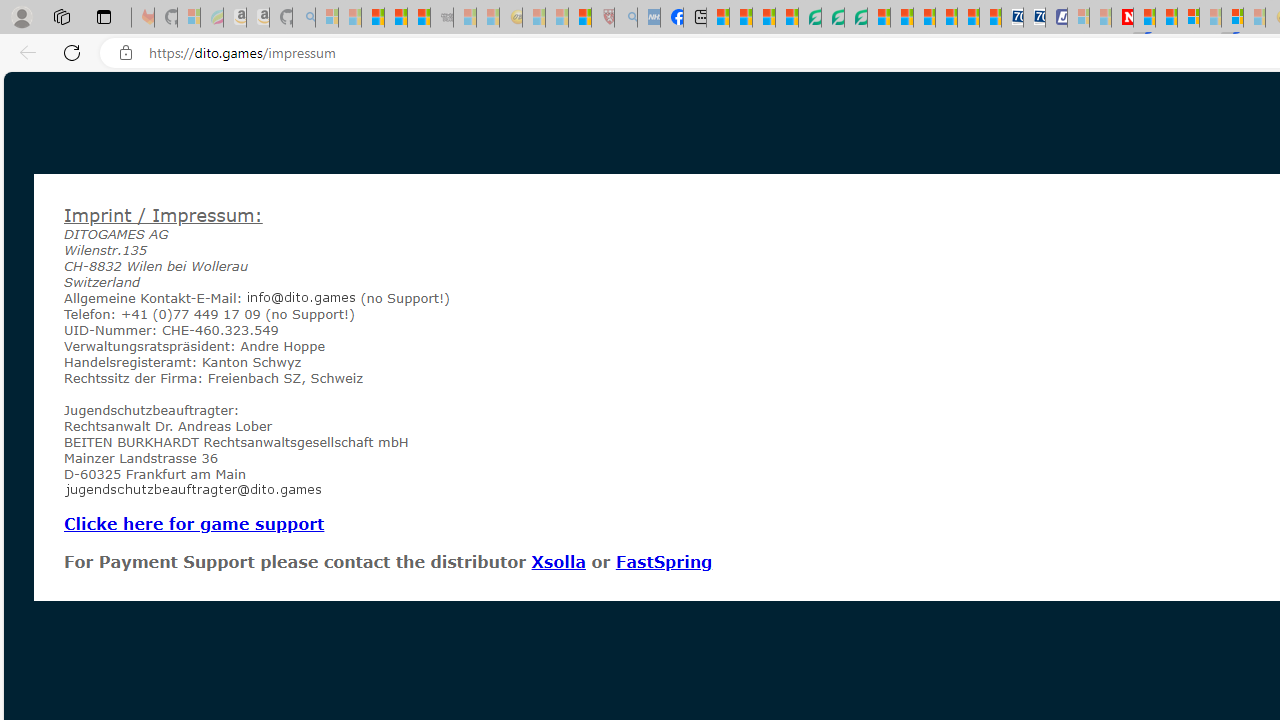 This screenshot has height=720, width=1280. I want to click on 'Local - MSN', so click(579, 17).